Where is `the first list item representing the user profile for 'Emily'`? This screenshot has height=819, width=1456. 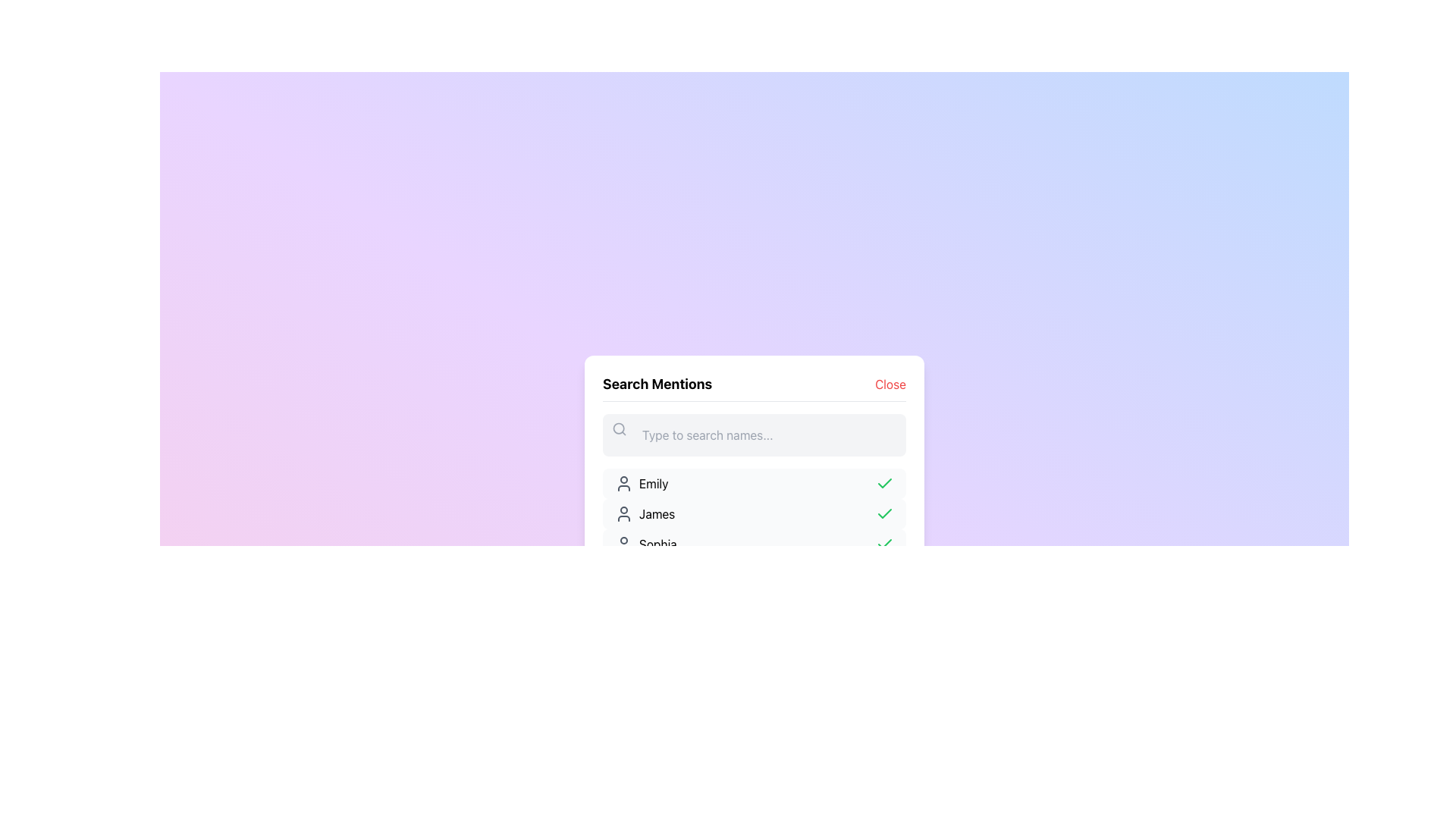
the first list item representing the user profile for 'Emily' is located at coordinates (754, 483).